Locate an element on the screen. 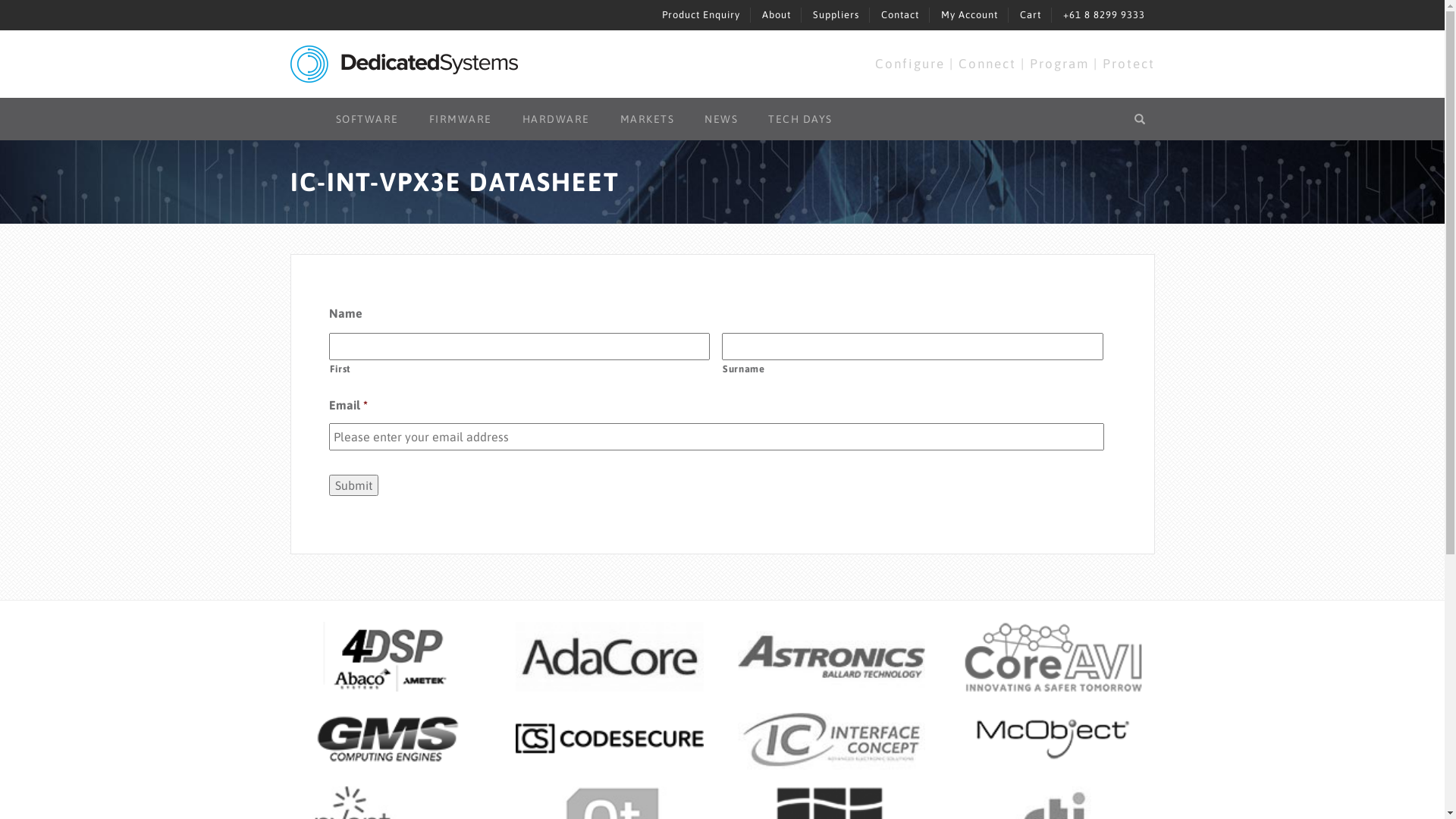  '+61 8 8299 9333' is located at coordinates (1103, 14).